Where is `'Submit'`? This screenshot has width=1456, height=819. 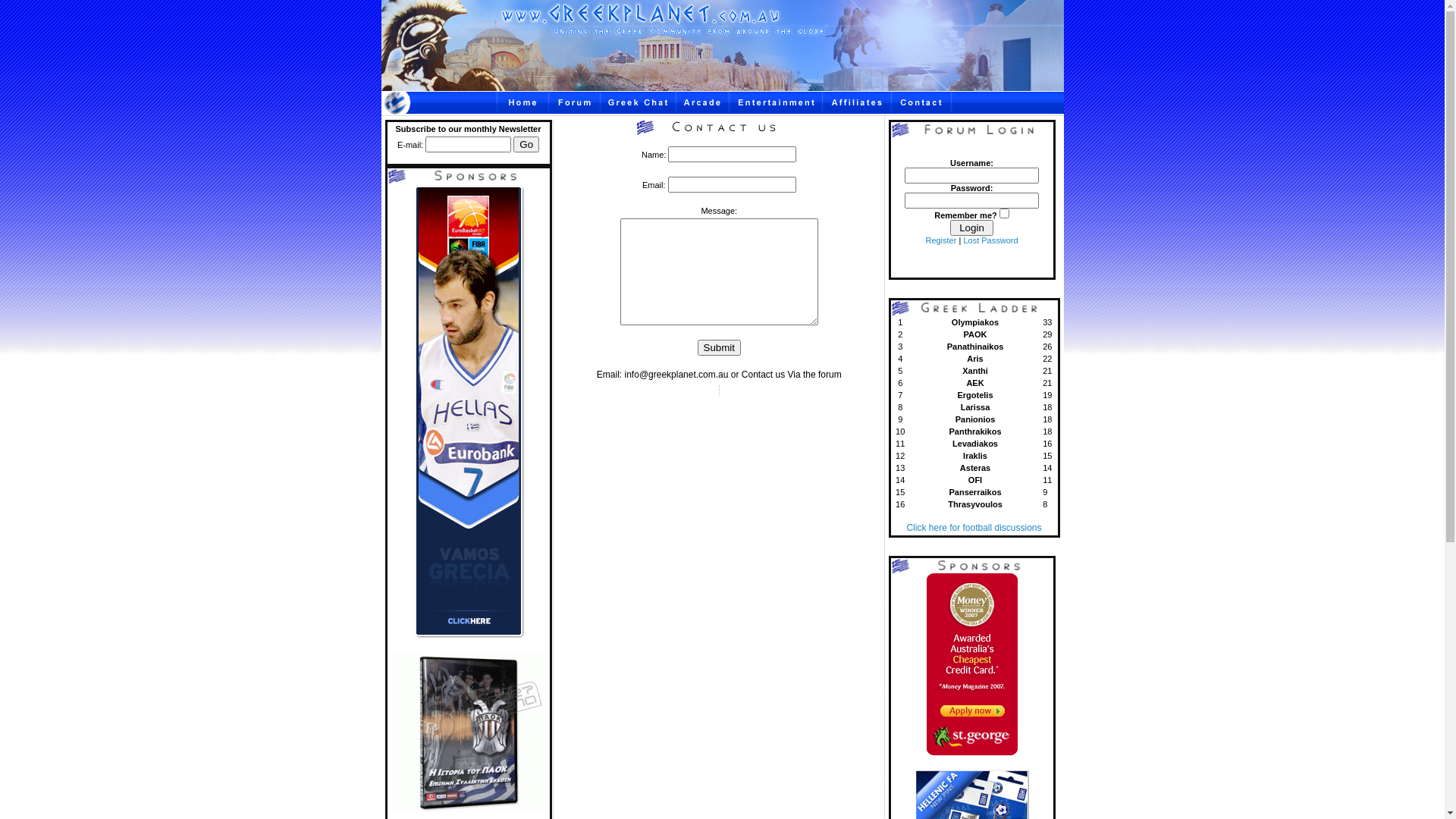
'Submit' is located at coordinates (718, 347).